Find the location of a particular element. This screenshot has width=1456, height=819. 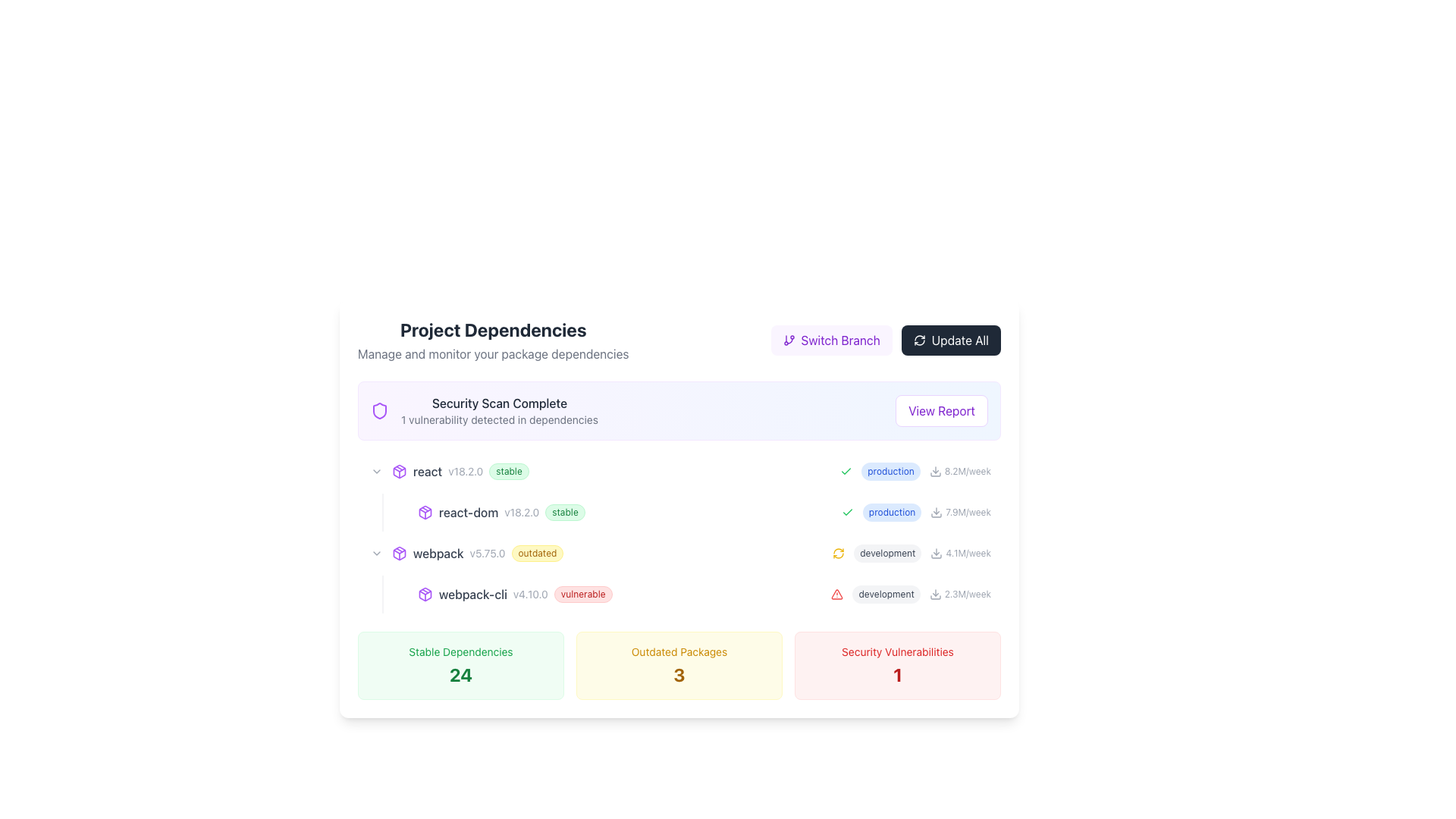

the Text label displaying the version number of the 'webpack' package, which is positioned centrally within the group of project dependencies is located at coordinates (488, 553).